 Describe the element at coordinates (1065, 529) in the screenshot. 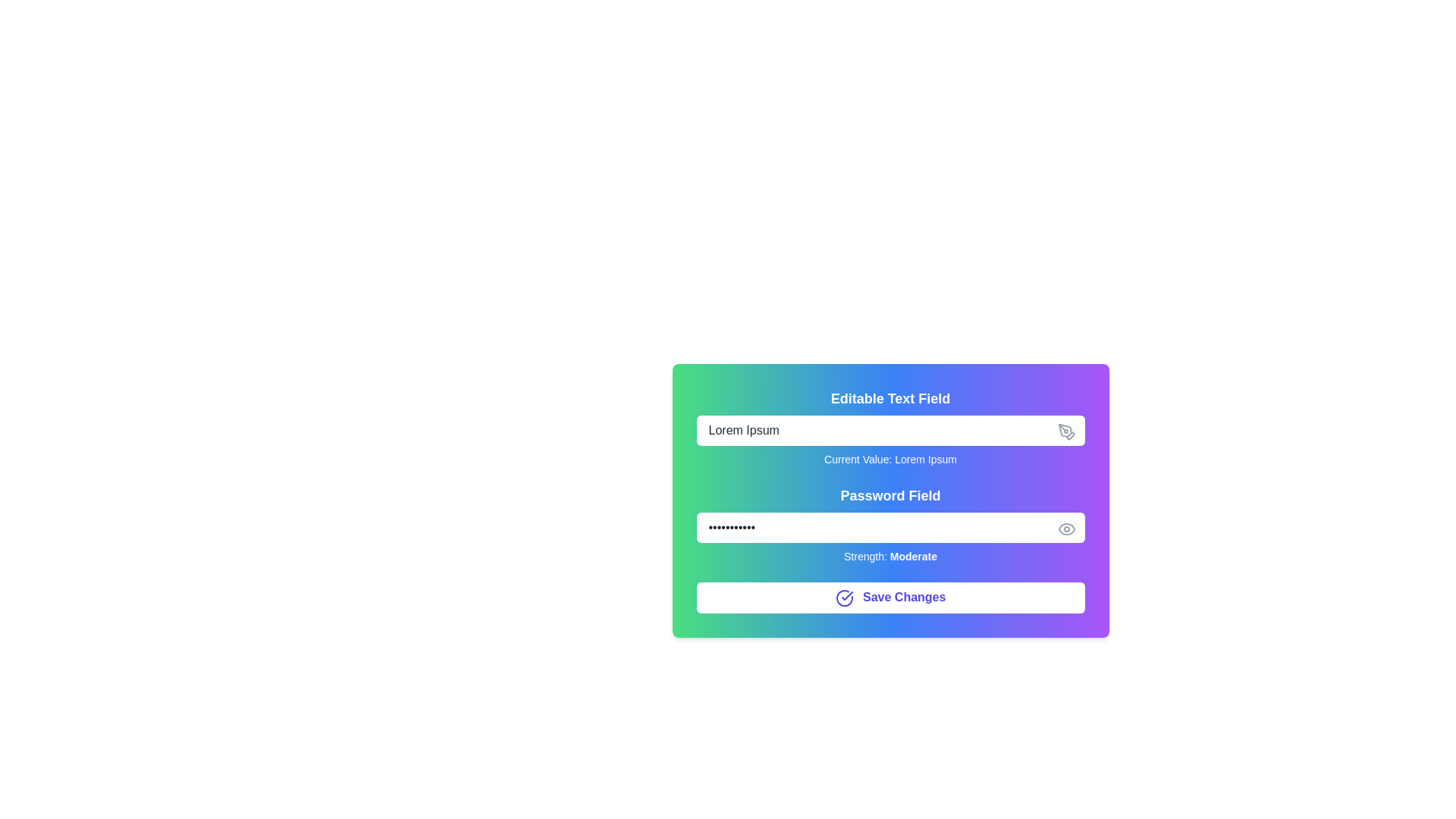

I see `the visibility toggle icon button located at the far-right side of the password input field` at that location.